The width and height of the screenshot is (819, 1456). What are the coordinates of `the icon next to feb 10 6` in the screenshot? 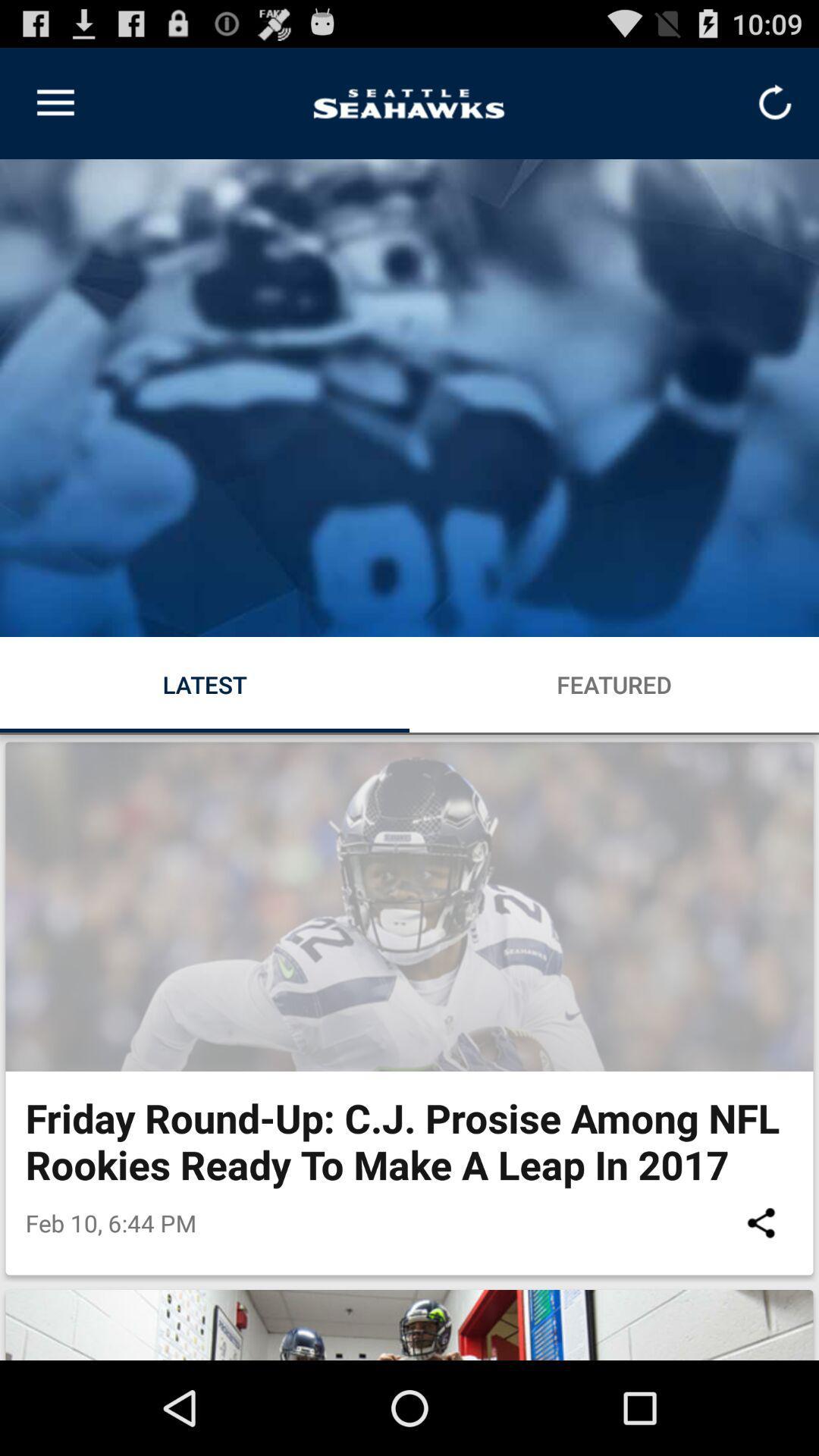 It's located at (761, 1222).